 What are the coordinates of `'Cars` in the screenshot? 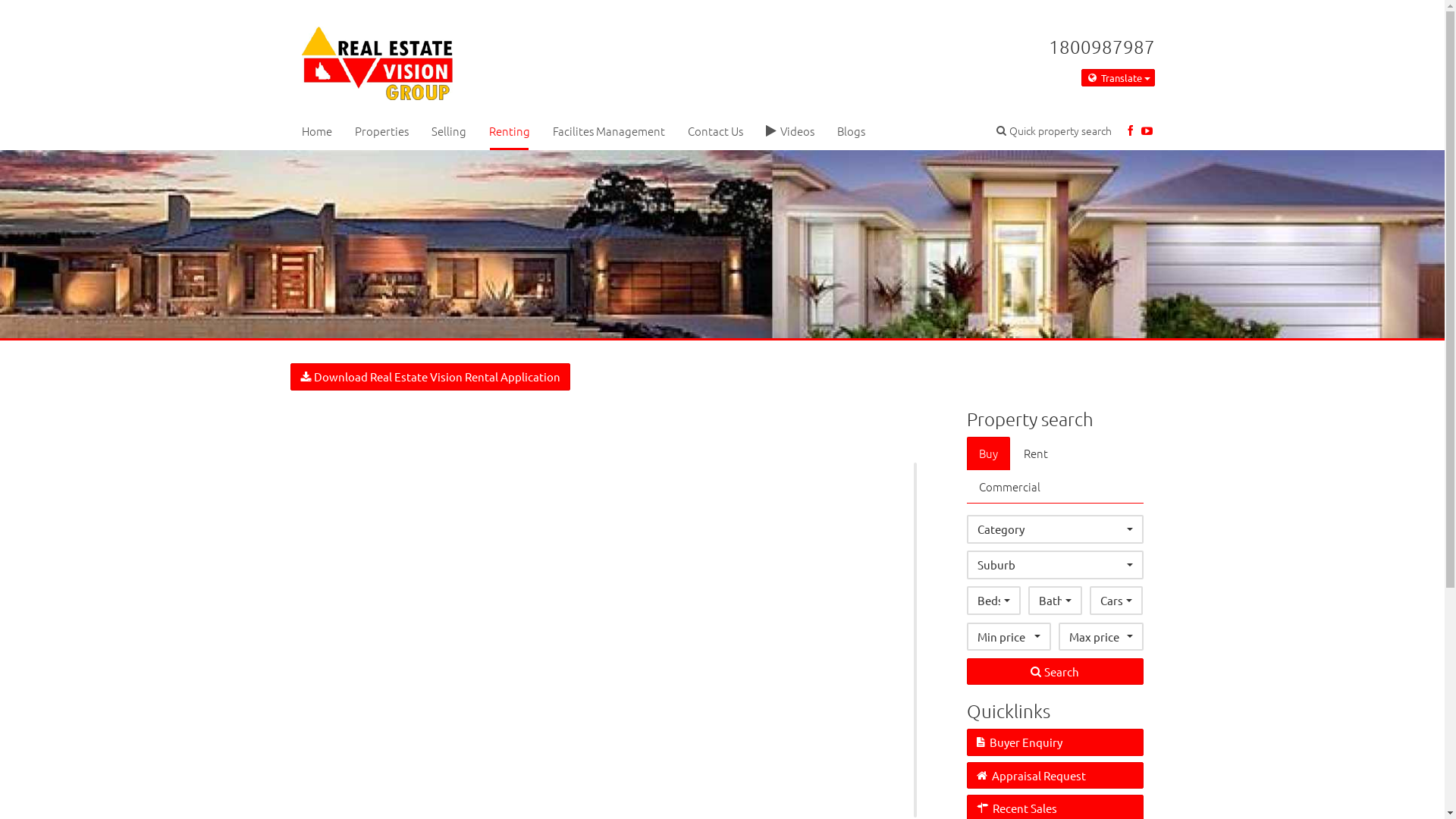 It's located at (1116, 599).